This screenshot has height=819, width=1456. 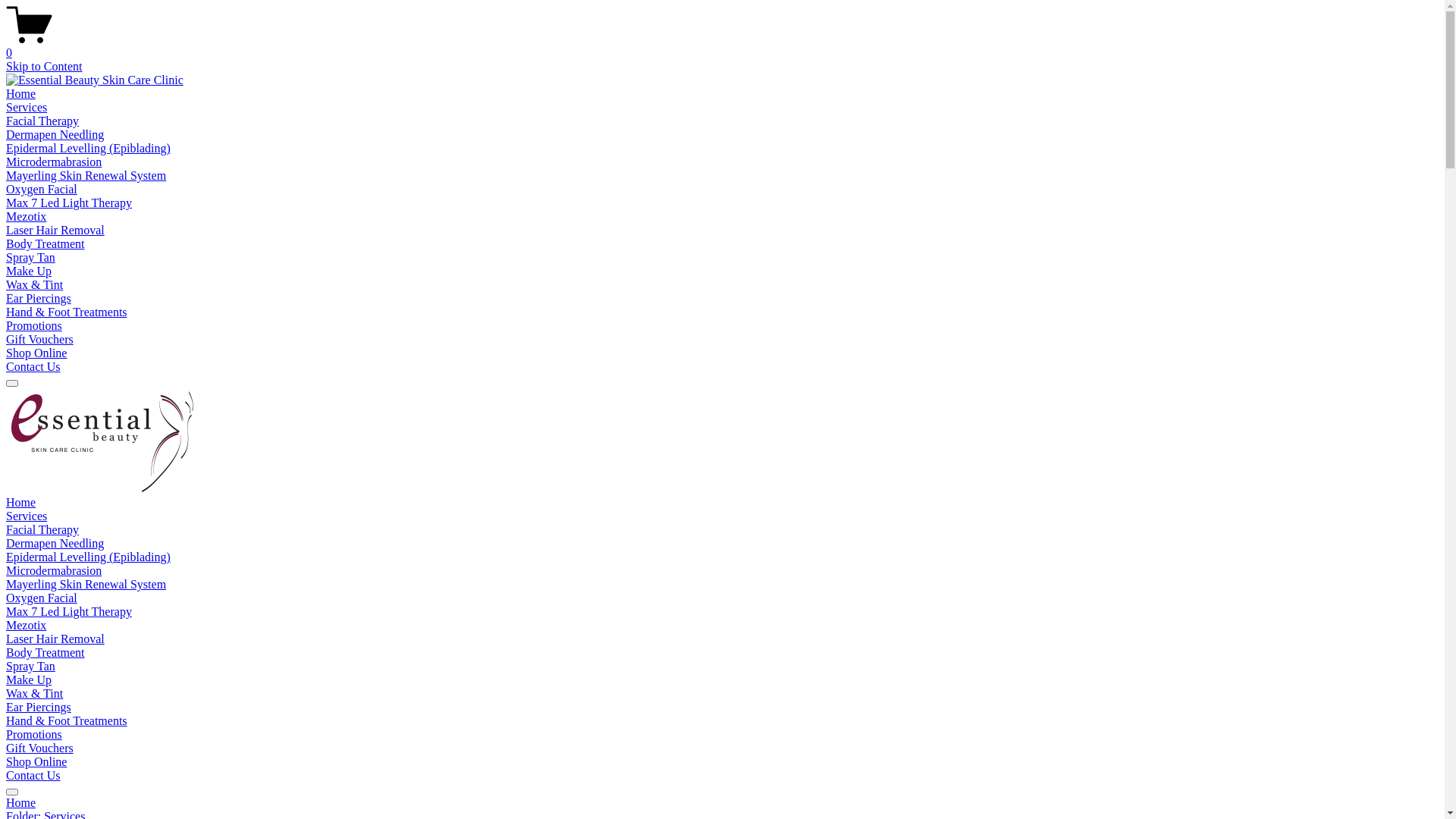 I want to click on 'Home', so click(x=20, y=93).